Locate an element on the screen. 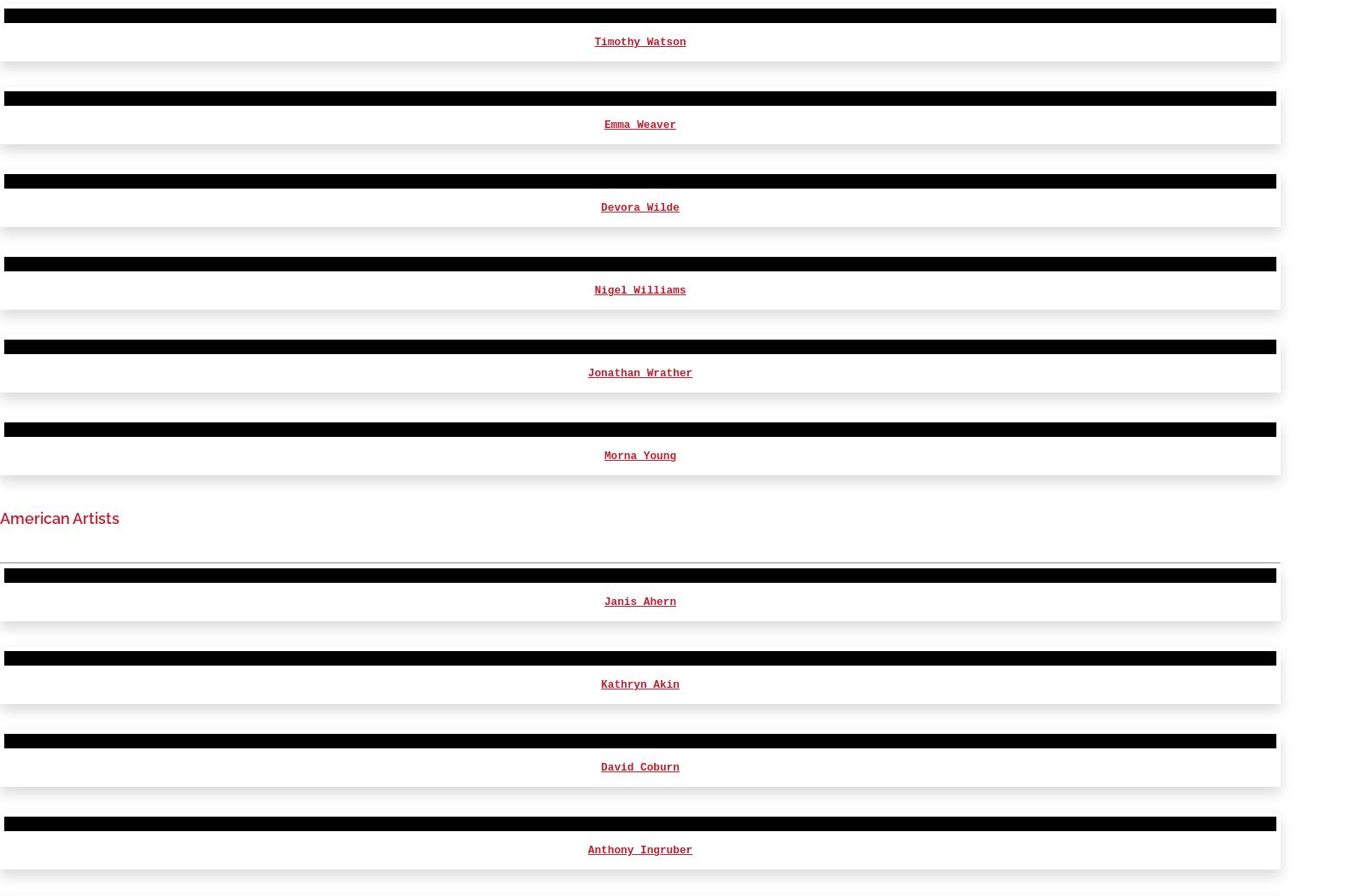  'Emma Rydal' is located at coordinates (639, 77).